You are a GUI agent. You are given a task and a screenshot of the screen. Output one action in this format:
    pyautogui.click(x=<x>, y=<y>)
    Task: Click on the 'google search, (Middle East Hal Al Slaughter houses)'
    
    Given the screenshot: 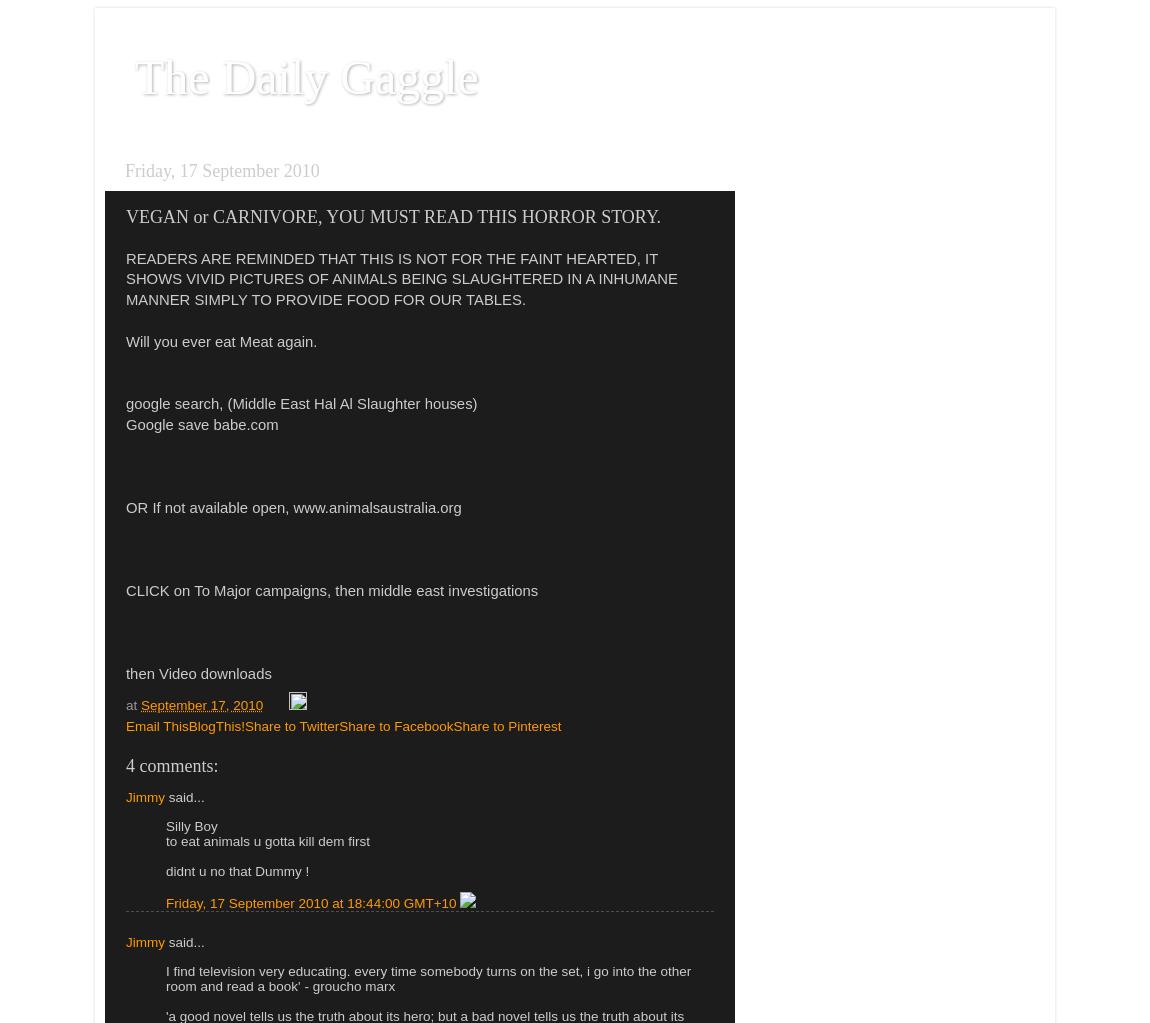 What is the action you would take?
    pyautogui.click(x=125, y=403)
    